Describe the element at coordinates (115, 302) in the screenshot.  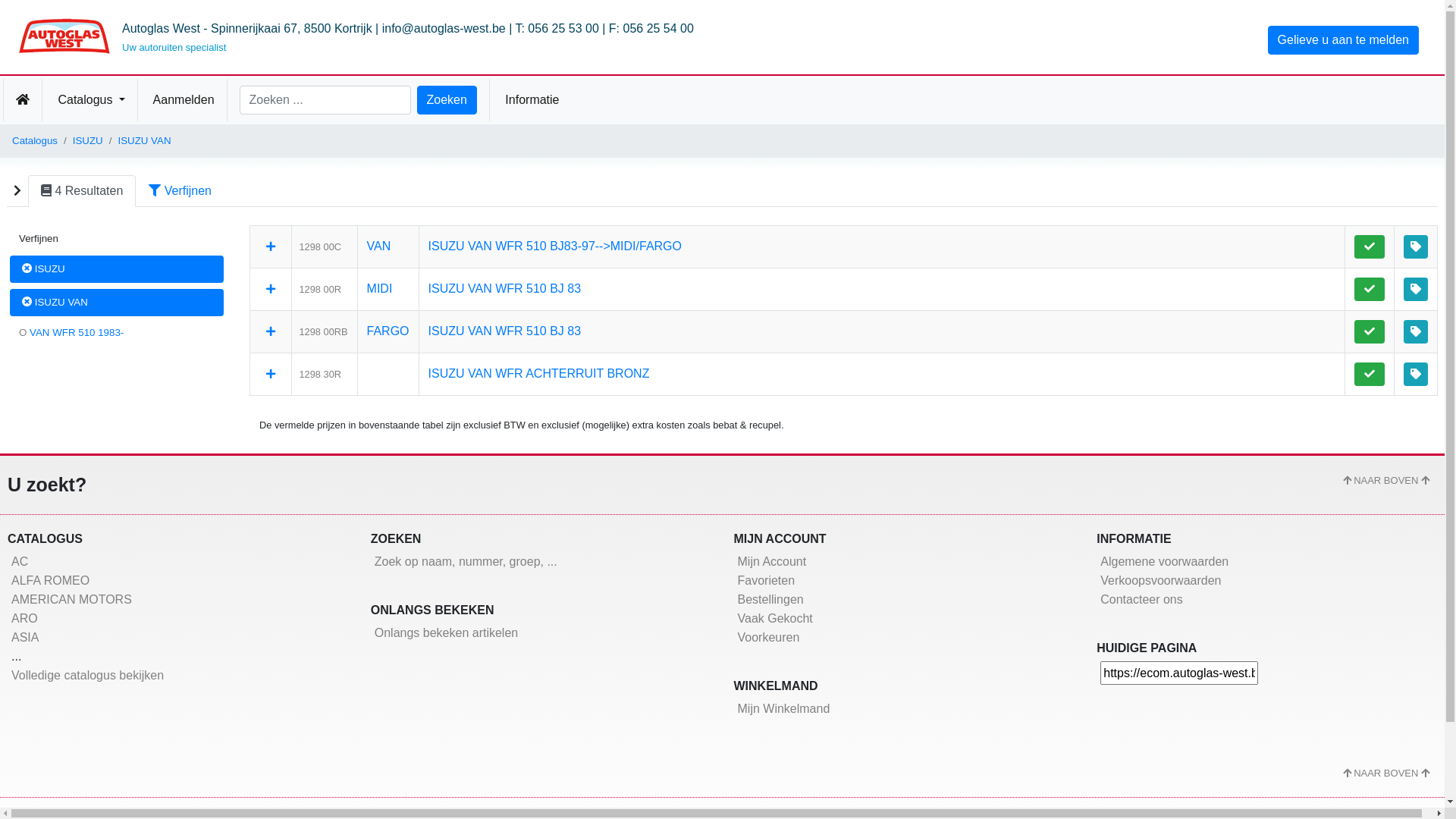
I see `'ISUZU VAN'` at that location.